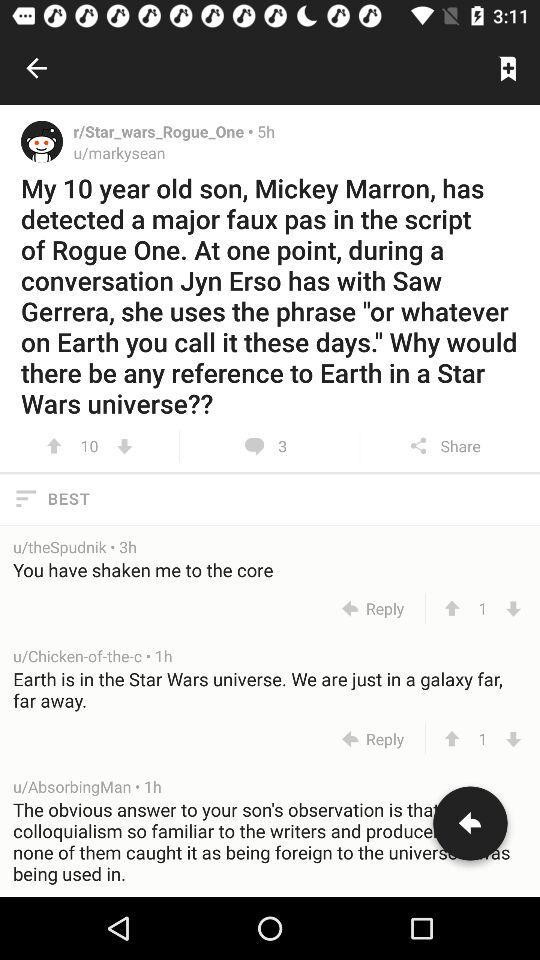 The width and height of the screenshot is (540, 960). What do you see at coordinates (513, 607) in the screenshot?
I see `vote down button` at bounding box center [513, 607].